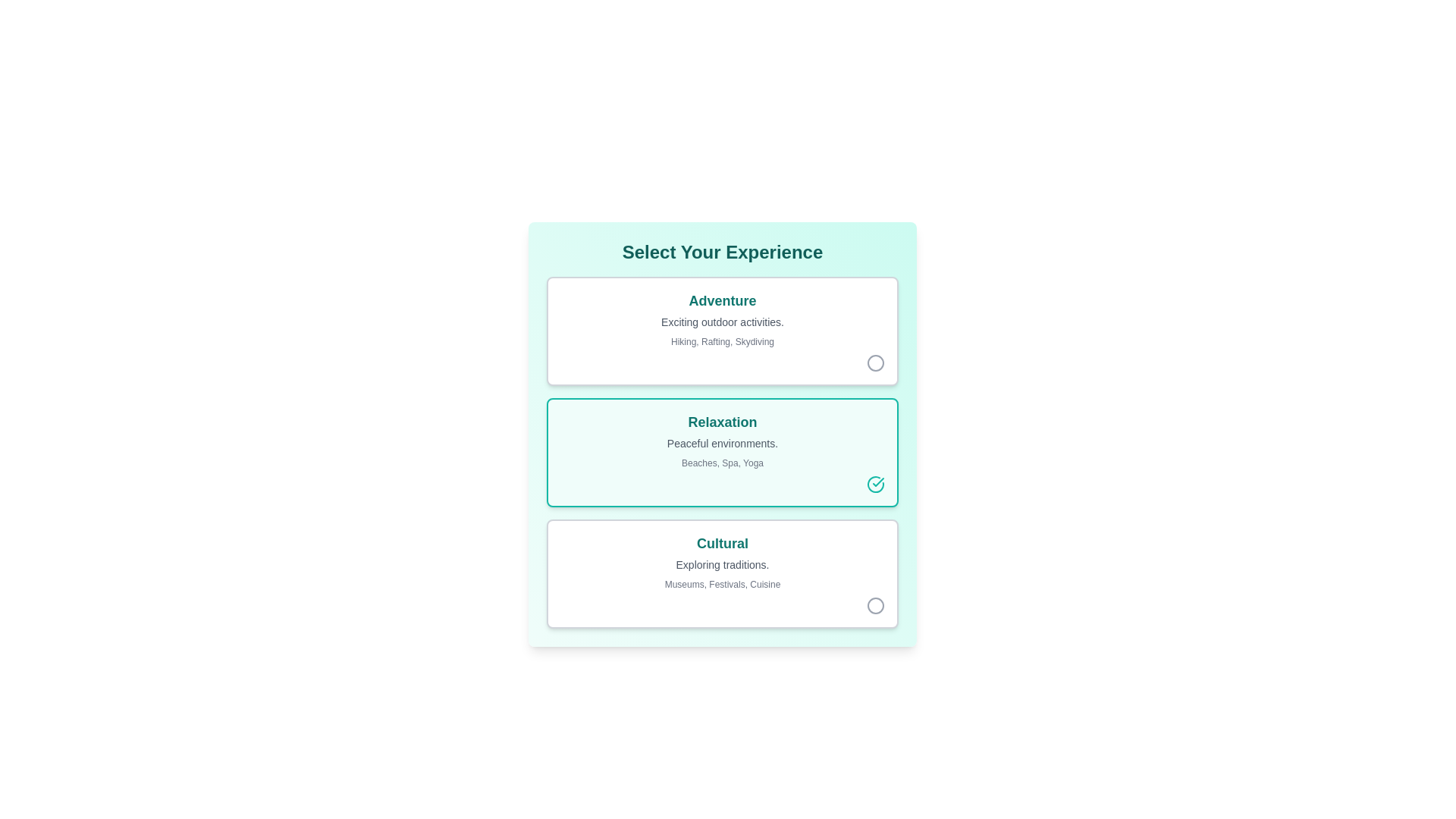  What do you see at coordinates (876, 604) in the screenshot?
I see `the selected radio button in the 'Cultural' option card, which is a circle with a filled center indicating its selected state` at bounding box center [876, 604].